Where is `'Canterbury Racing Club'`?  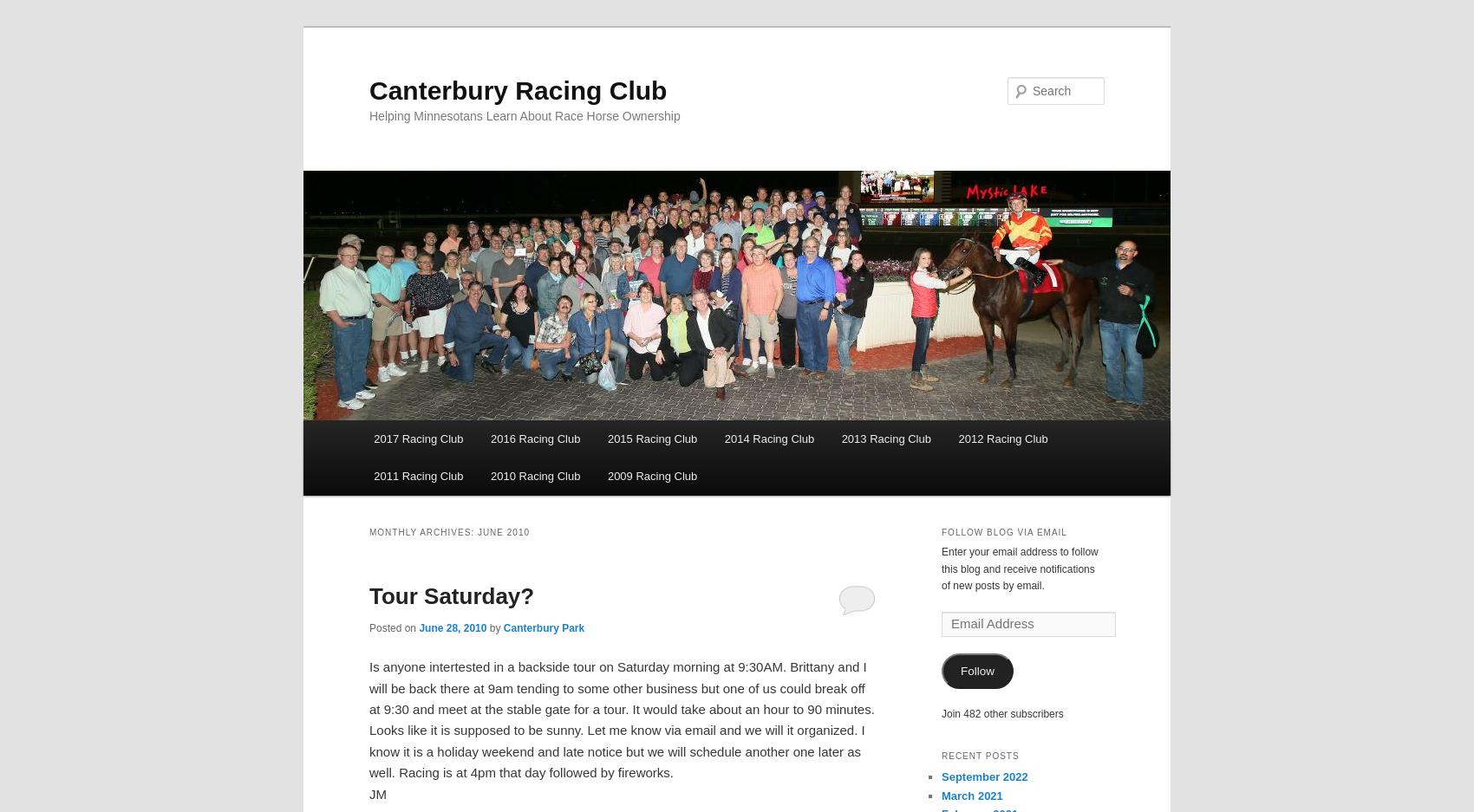
'Canterbury Racing Club' is located at coordinates (517, 88).